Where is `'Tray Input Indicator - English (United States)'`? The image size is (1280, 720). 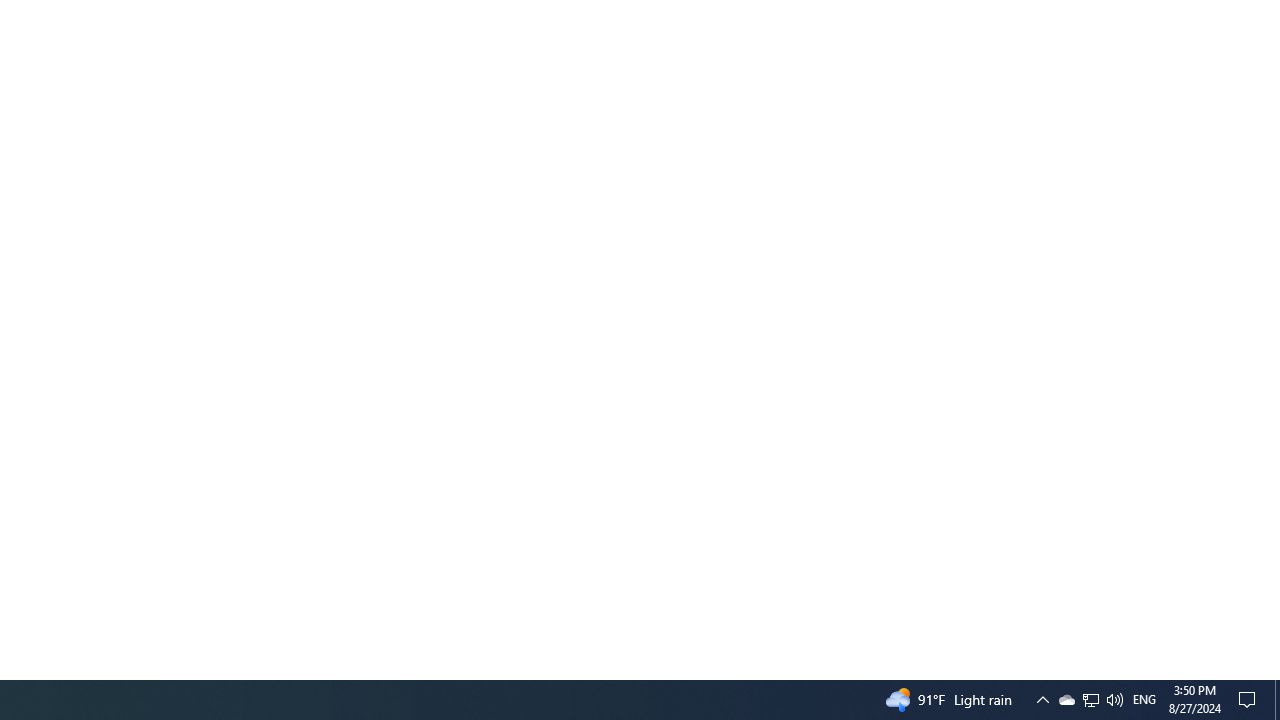
'Tray Input Indicator - English (United States)' is located at coordinates (1113, 698).